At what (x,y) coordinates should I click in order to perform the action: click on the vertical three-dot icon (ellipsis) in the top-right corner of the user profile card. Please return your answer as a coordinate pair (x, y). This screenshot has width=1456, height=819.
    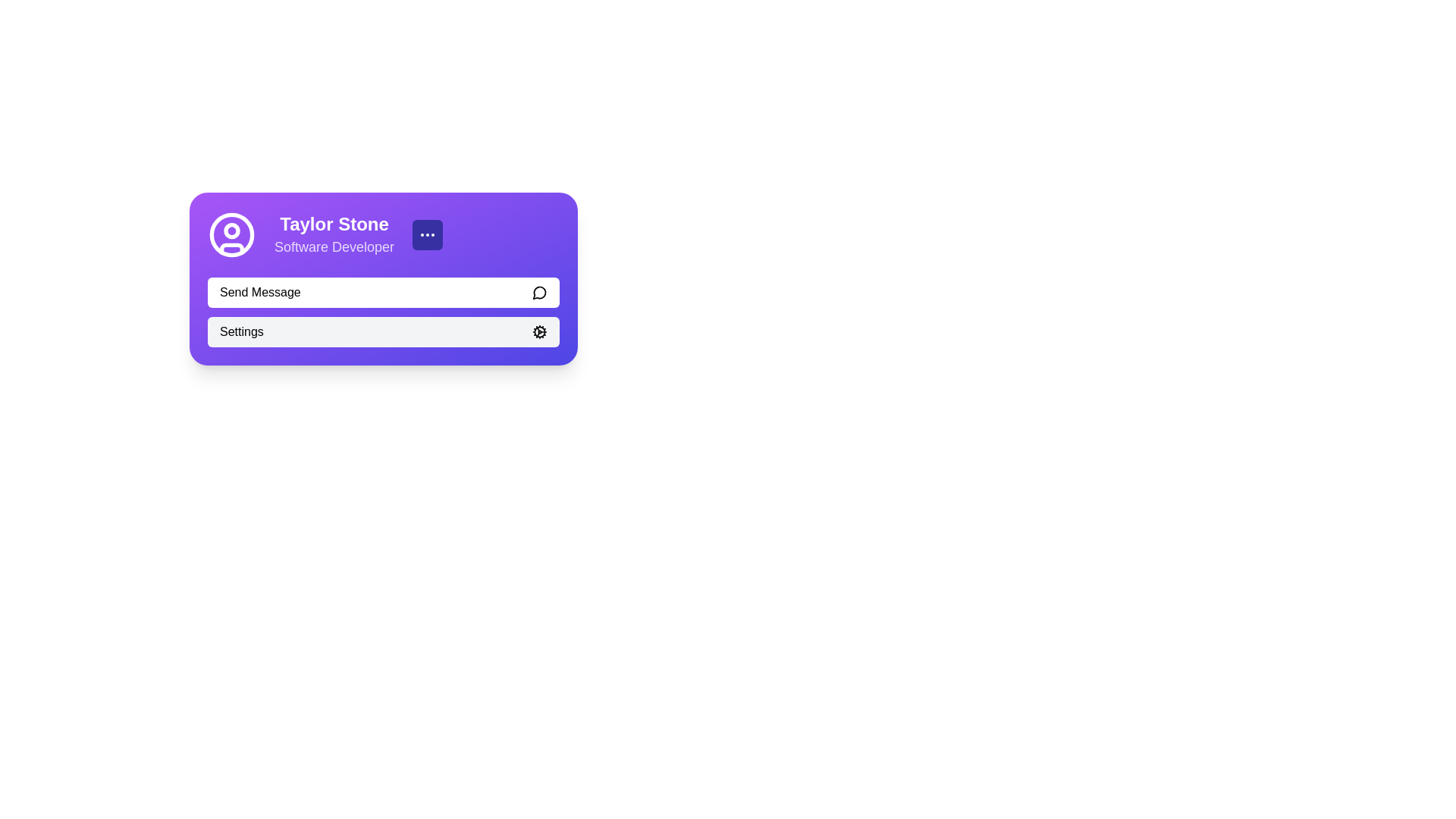
    Looking at the image, I should click on (427, 234).